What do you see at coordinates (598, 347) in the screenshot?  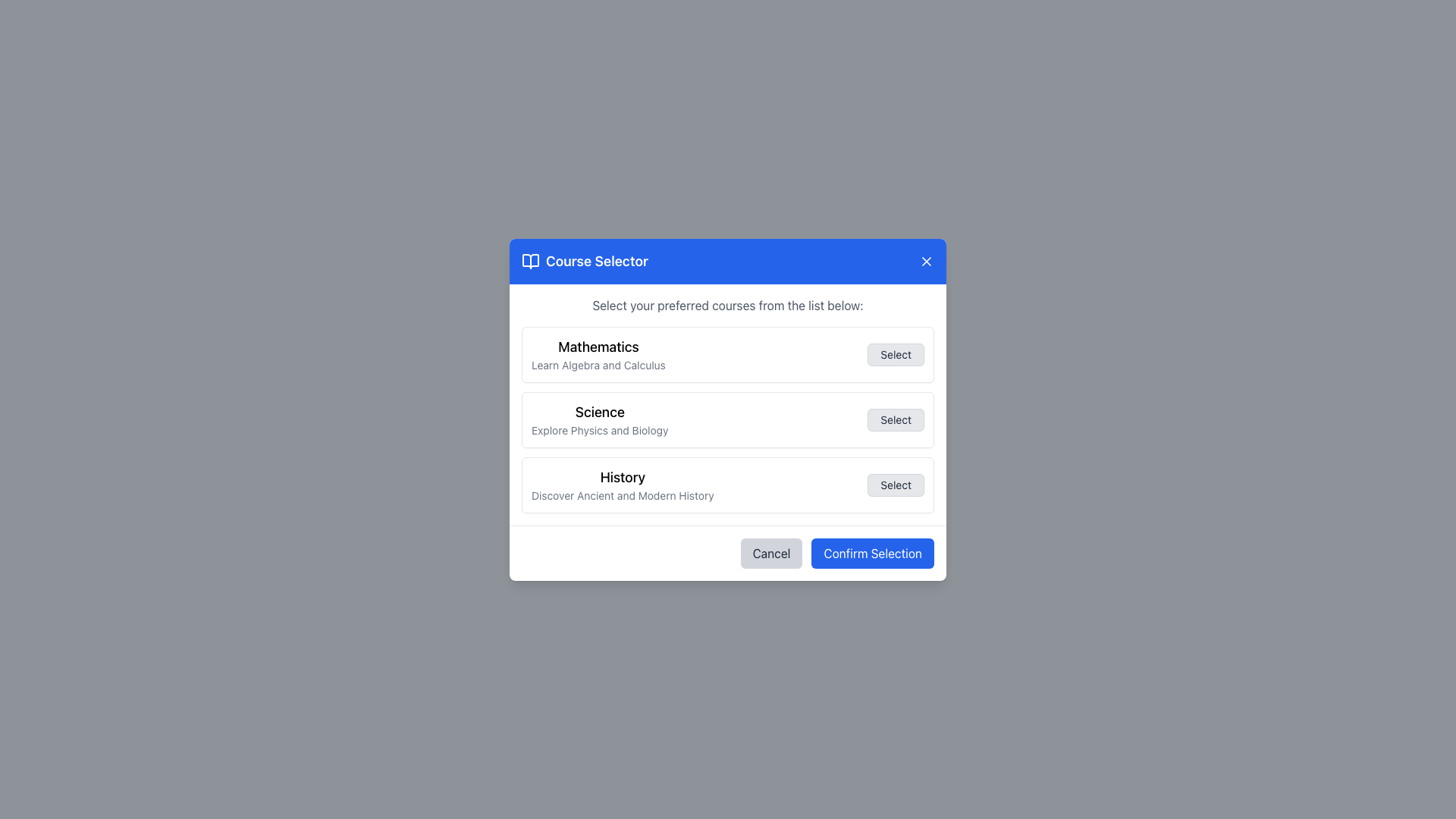 I see `the 'Mathematics' text label, which is prominently displayed in a bold font within a white rectangular area in the course selection dialog` at bounding box center [598, 347].